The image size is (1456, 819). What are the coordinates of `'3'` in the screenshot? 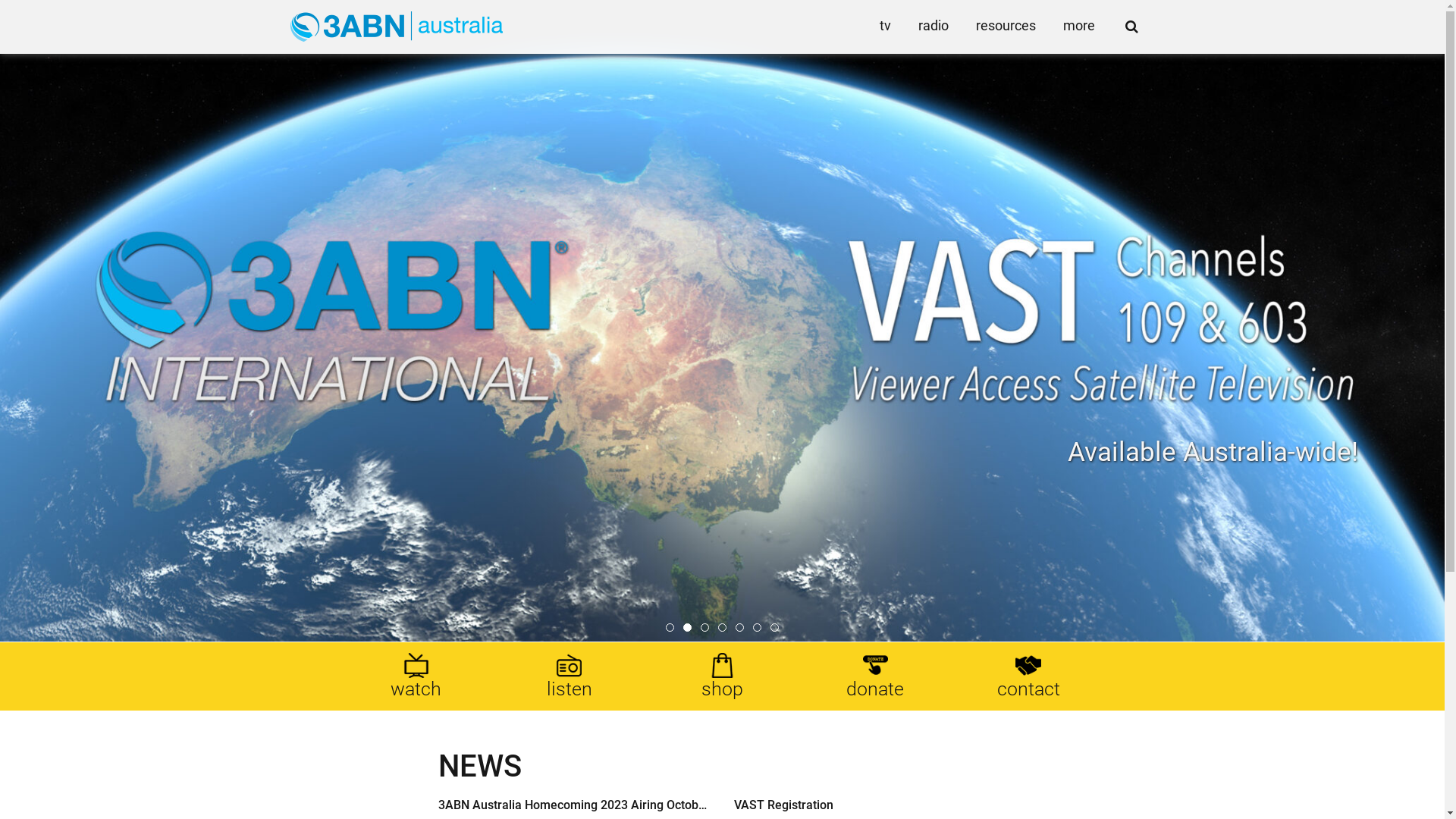 It's located at (704, 627).